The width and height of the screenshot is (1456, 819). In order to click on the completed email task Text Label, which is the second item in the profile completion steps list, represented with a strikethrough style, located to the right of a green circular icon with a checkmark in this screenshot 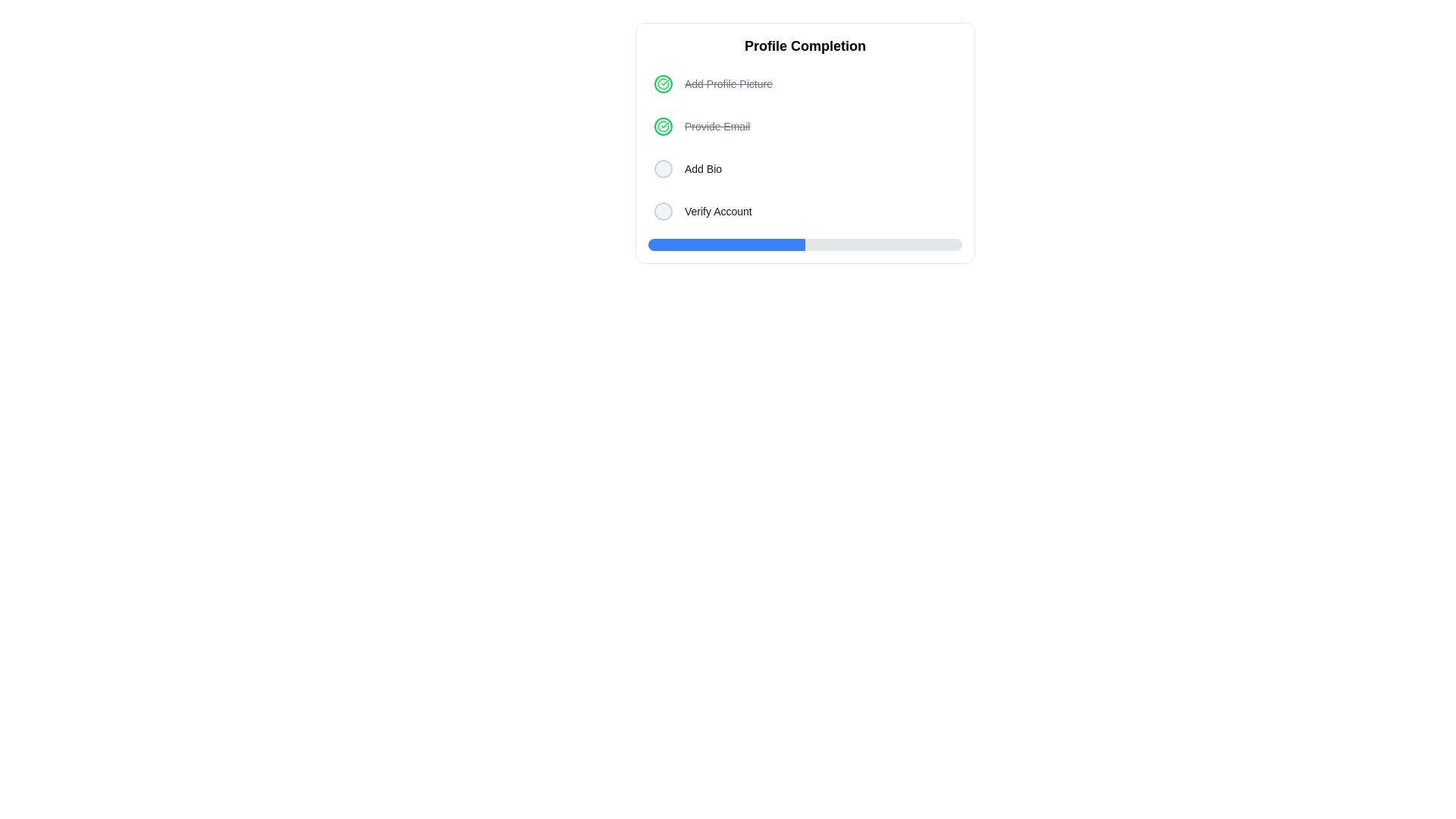, I will do `click(717, 125)`.